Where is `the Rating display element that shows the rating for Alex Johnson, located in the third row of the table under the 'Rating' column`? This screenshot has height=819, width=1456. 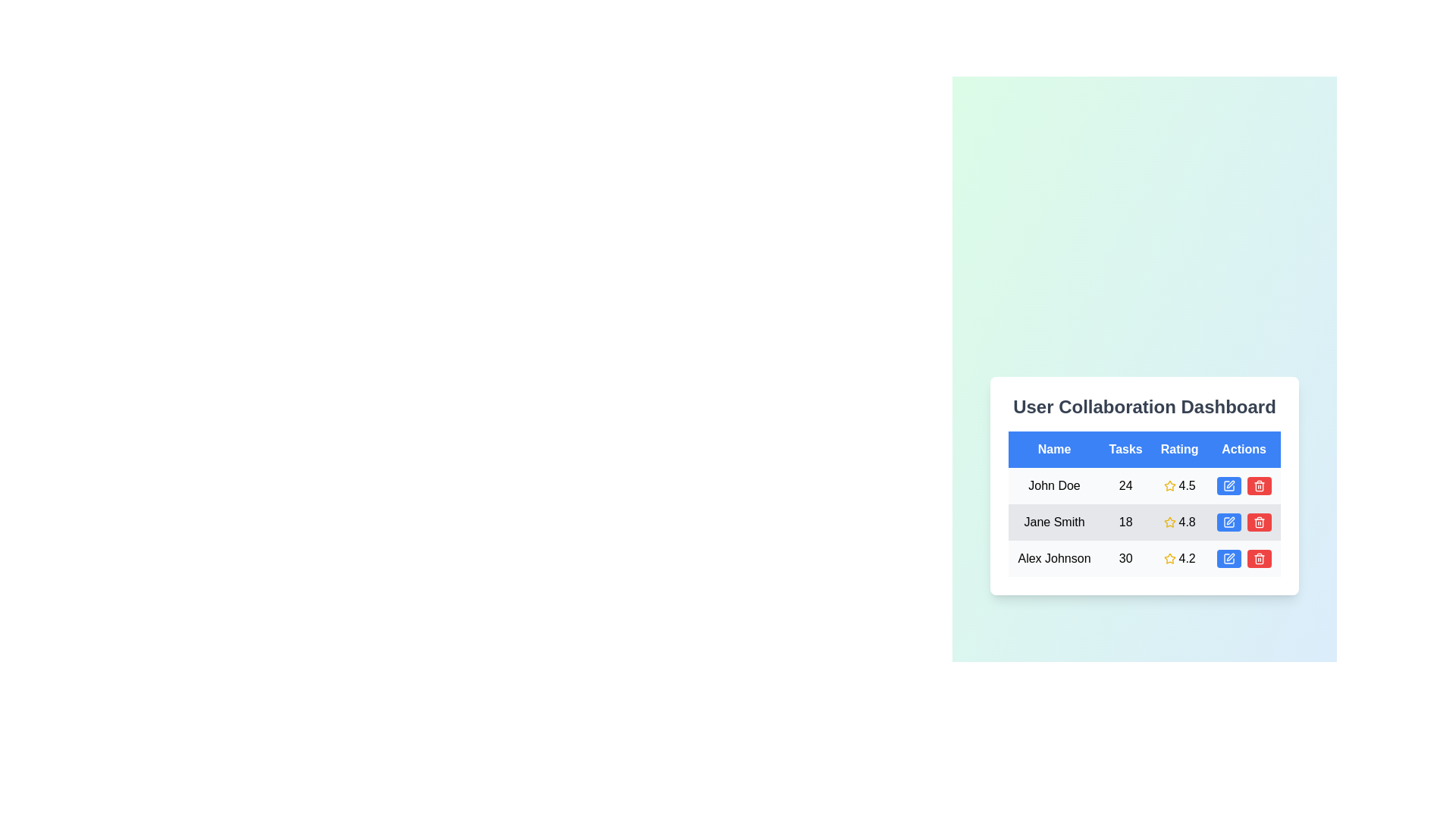
the Rating display element that shows the rating for Alex Johnson, located in the third row of the table under the 'Rating' column is located at coordinates (1178, 558).